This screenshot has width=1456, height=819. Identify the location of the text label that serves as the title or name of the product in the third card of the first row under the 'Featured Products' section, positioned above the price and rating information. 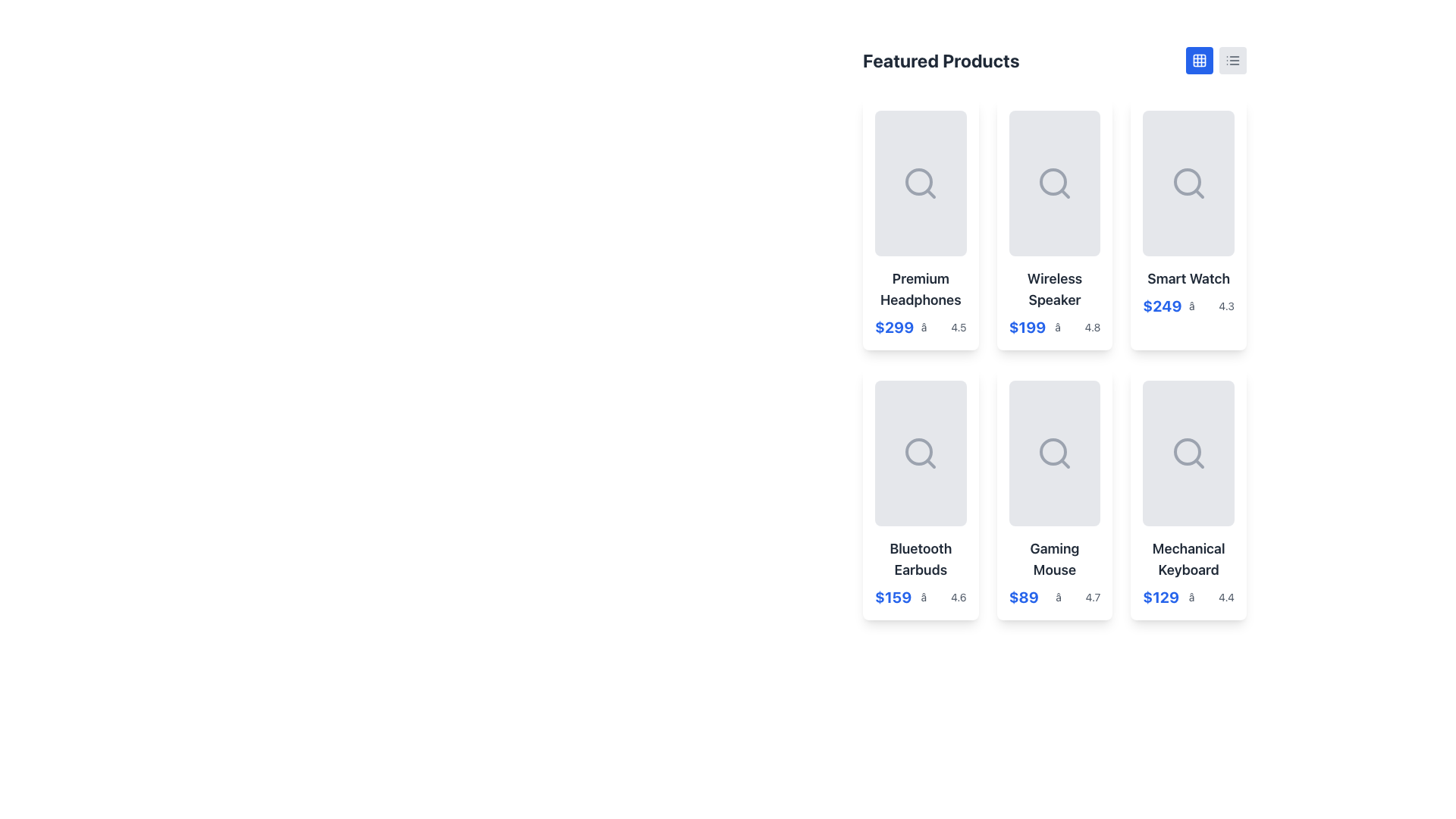
(1188, 278).